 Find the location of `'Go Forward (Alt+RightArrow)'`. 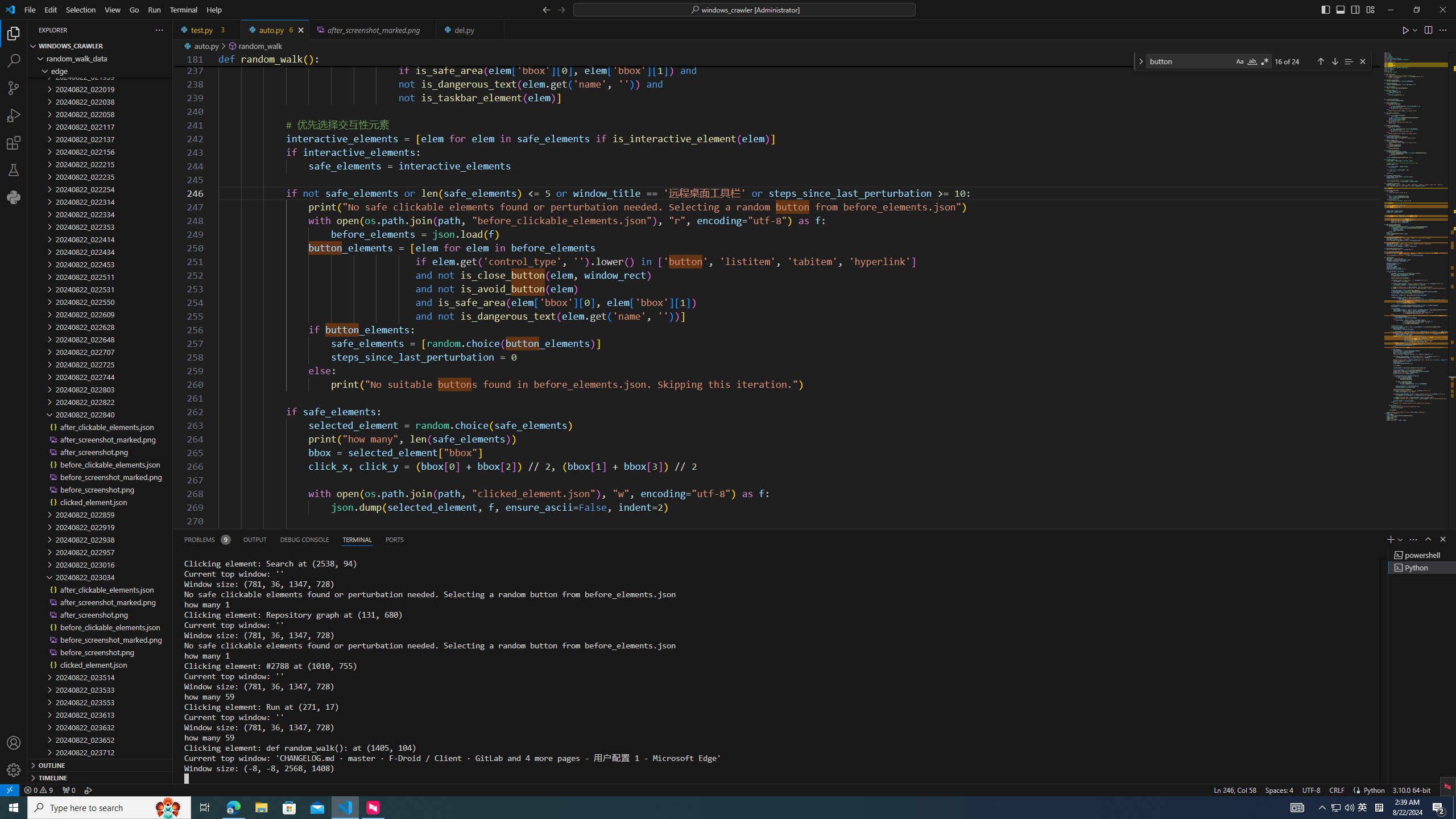

'Go Forward (Alt+RightArrow)' is located at coordinates (561, 9).